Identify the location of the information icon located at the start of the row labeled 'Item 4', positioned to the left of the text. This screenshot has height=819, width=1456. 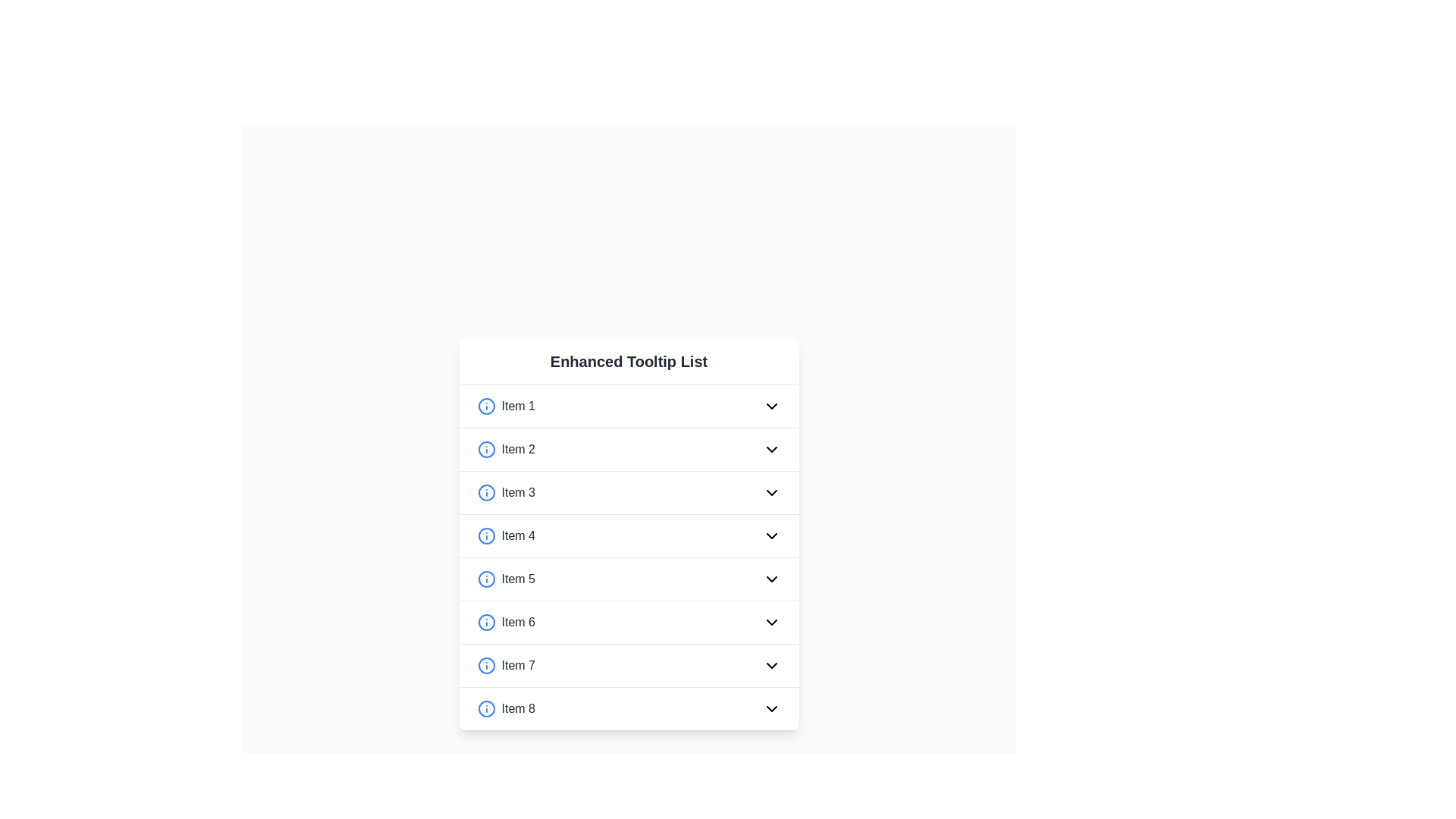
(486, 535).